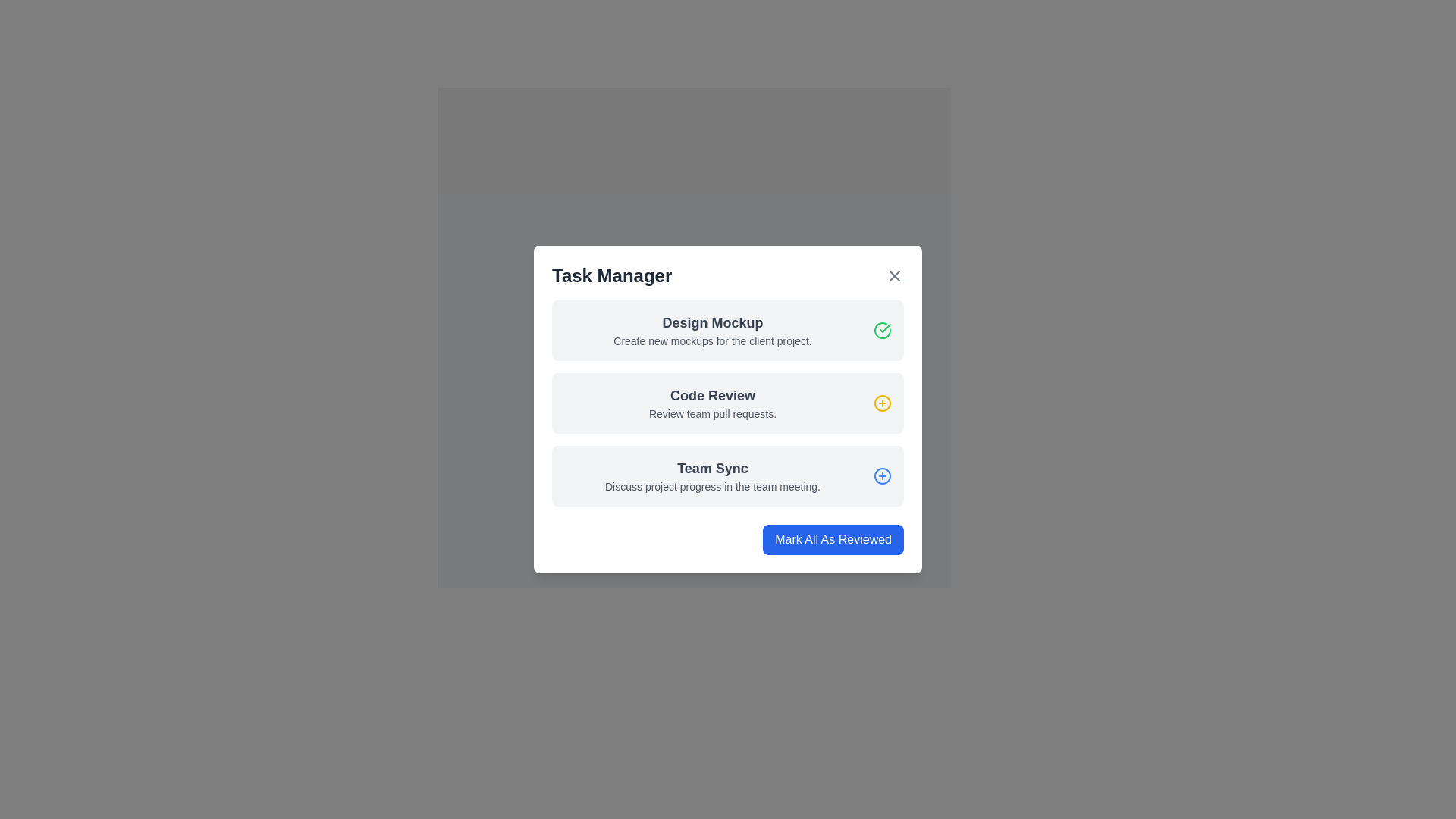 The height and width of the screenshot is (819, 1456). Describe the element at coordinates (882, 403) in the screenshot. I see `the icon indicating the 'Code Review' task status, located to the right of the task in the interface` at that location.